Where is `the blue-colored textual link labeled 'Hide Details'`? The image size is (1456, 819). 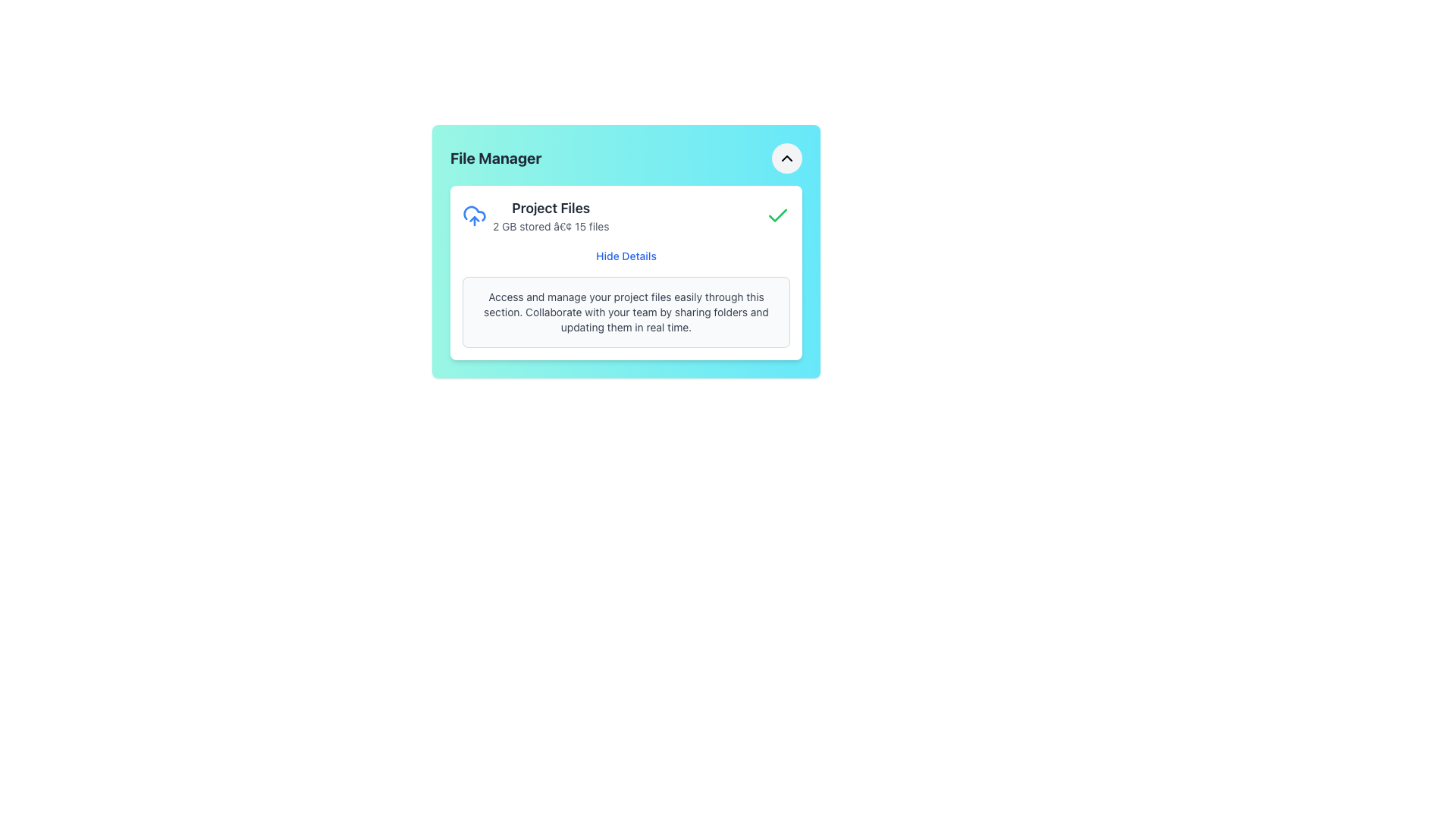
the blue-colored textual link labeled 'Hide Details' is located at coordinates (626, 256).